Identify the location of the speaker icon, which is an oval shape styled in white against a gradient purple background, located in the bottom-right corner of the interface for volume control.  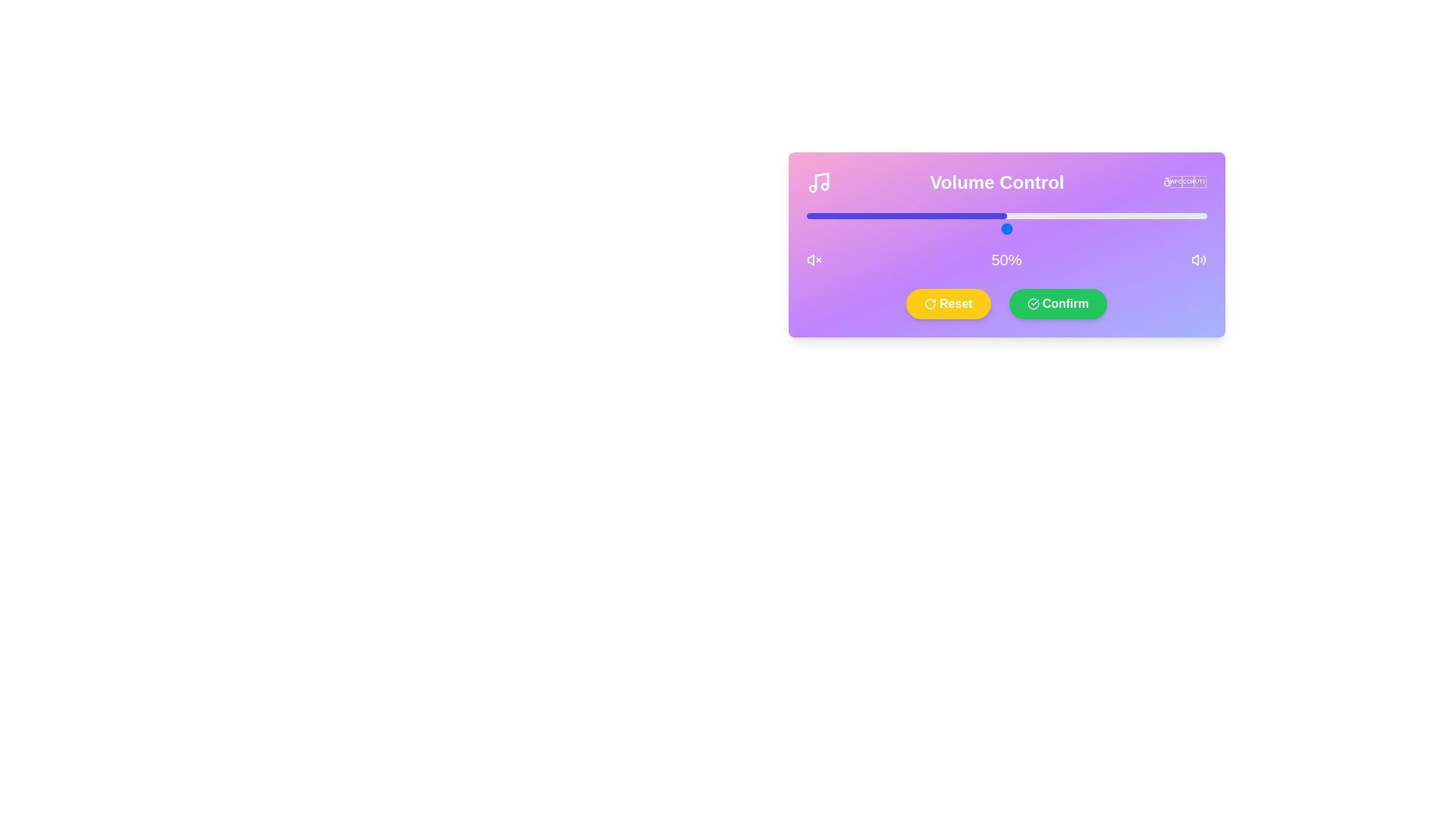
(1194, 259).